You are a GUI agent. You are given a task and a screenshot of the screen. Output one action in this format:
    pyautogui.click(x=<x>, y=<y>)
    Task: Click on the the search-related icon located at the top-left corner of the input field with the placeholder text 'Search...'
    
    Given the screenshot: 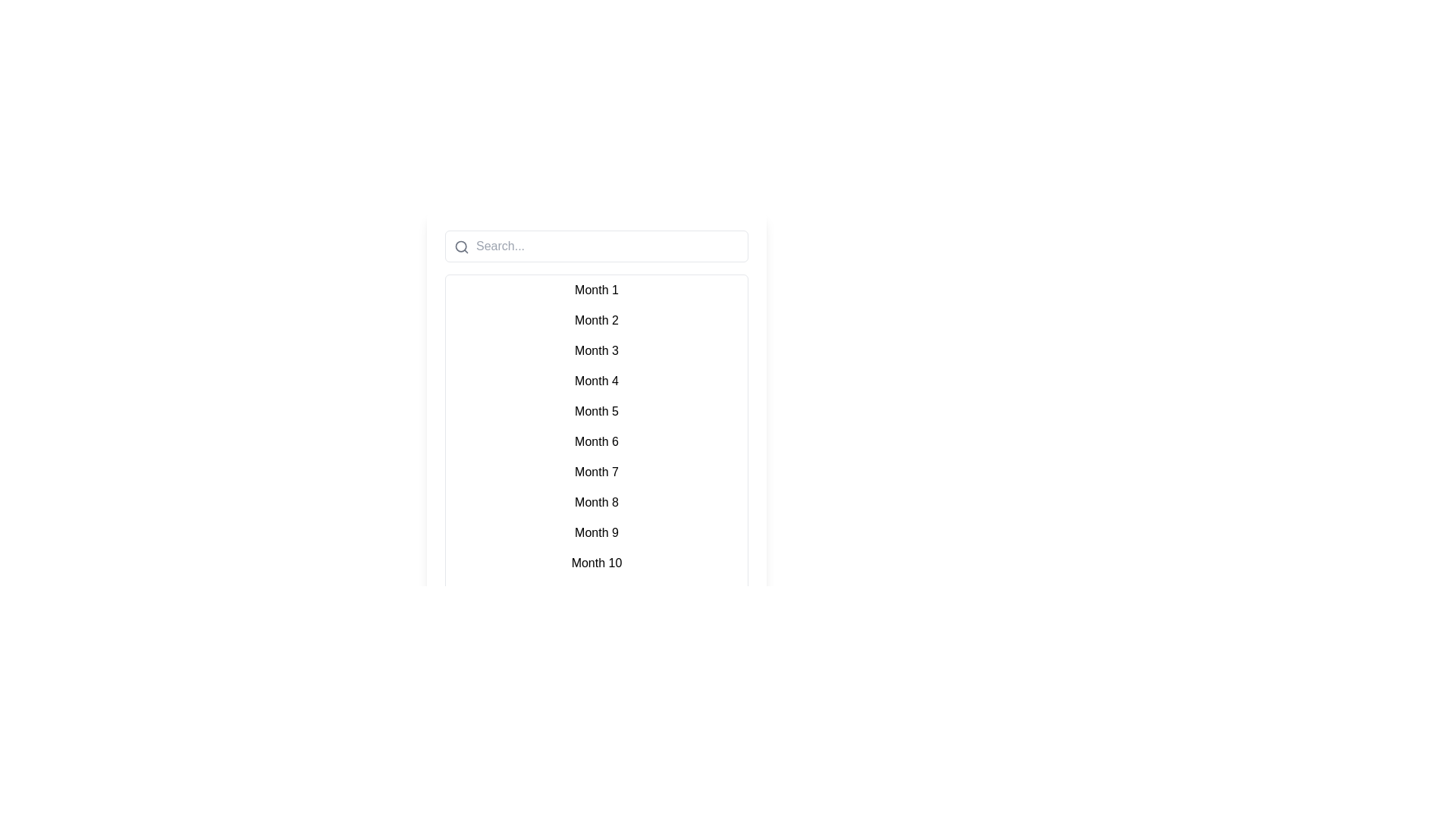 What is the action you would take?
    pyautogui.click(x=461, y=246)
    